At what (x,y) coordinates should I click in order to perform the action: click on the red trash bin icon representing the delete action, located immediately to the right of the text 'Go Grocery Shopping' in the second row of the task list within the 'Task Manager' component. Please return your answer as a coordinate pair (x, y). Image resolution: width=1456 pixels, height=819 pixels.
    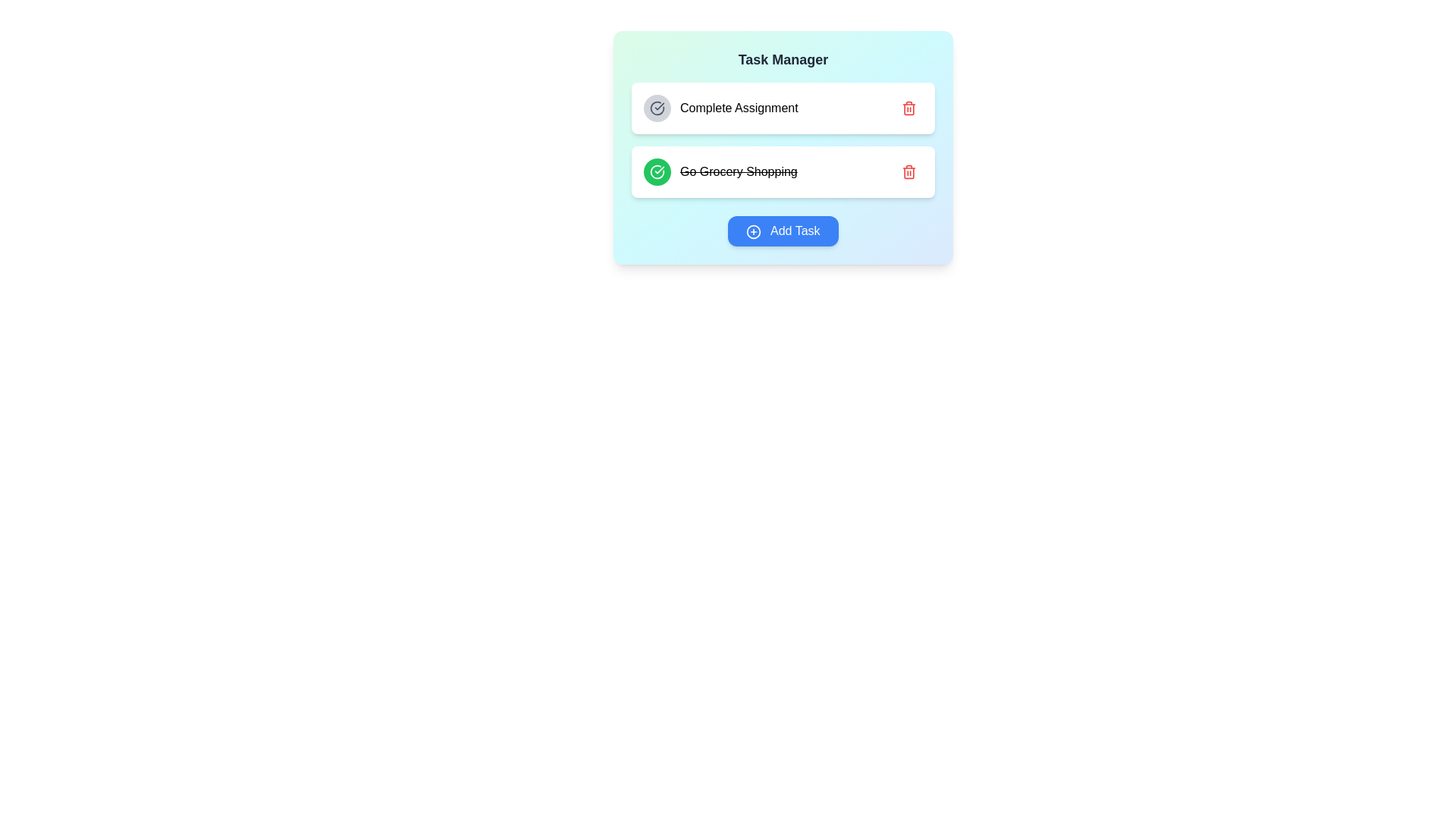
    Looking at the image, I should click on (909, 107).